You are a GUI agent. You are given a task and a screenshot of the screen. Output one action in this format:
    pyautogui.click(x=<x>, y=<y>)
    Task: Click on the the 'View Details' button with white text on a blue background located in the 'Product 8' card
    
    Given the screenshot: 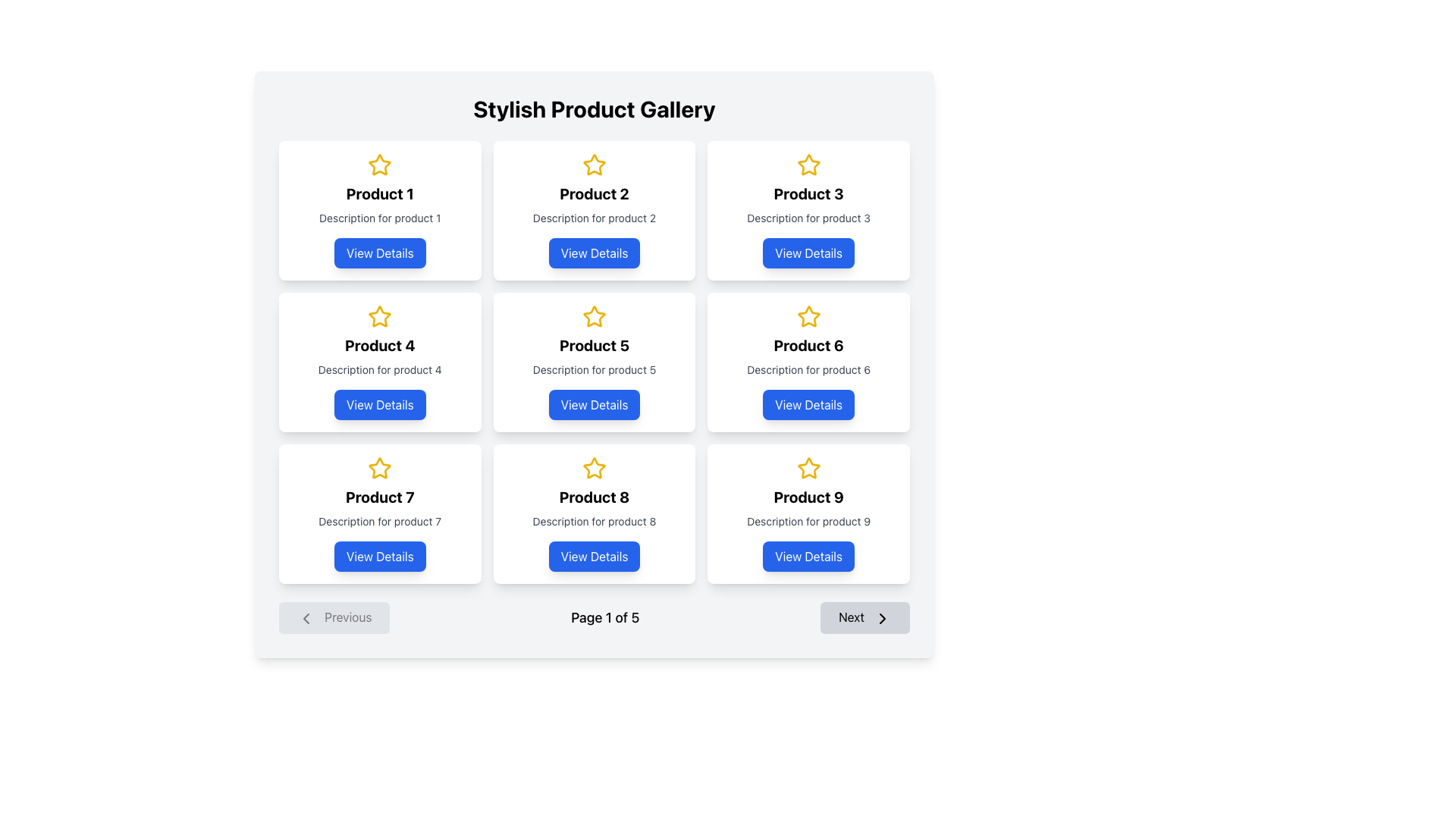 What is the action you would take?
    pyautogui.click(x=593, y=556)
    